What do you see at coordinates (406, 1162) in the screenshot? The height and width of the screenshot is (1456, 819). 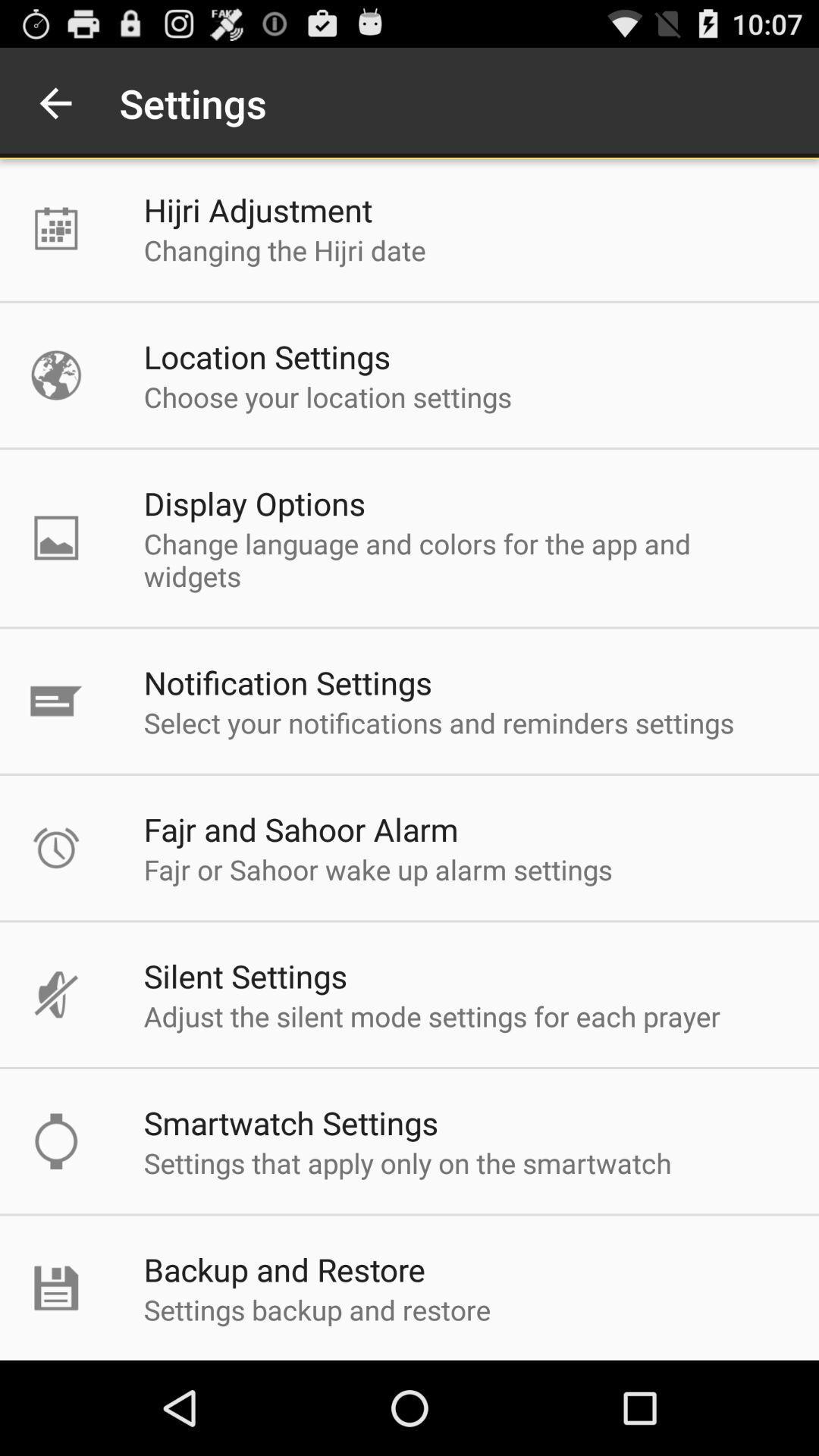 I see `the item above the backup and restore item` at bounding box center [406, 1162].